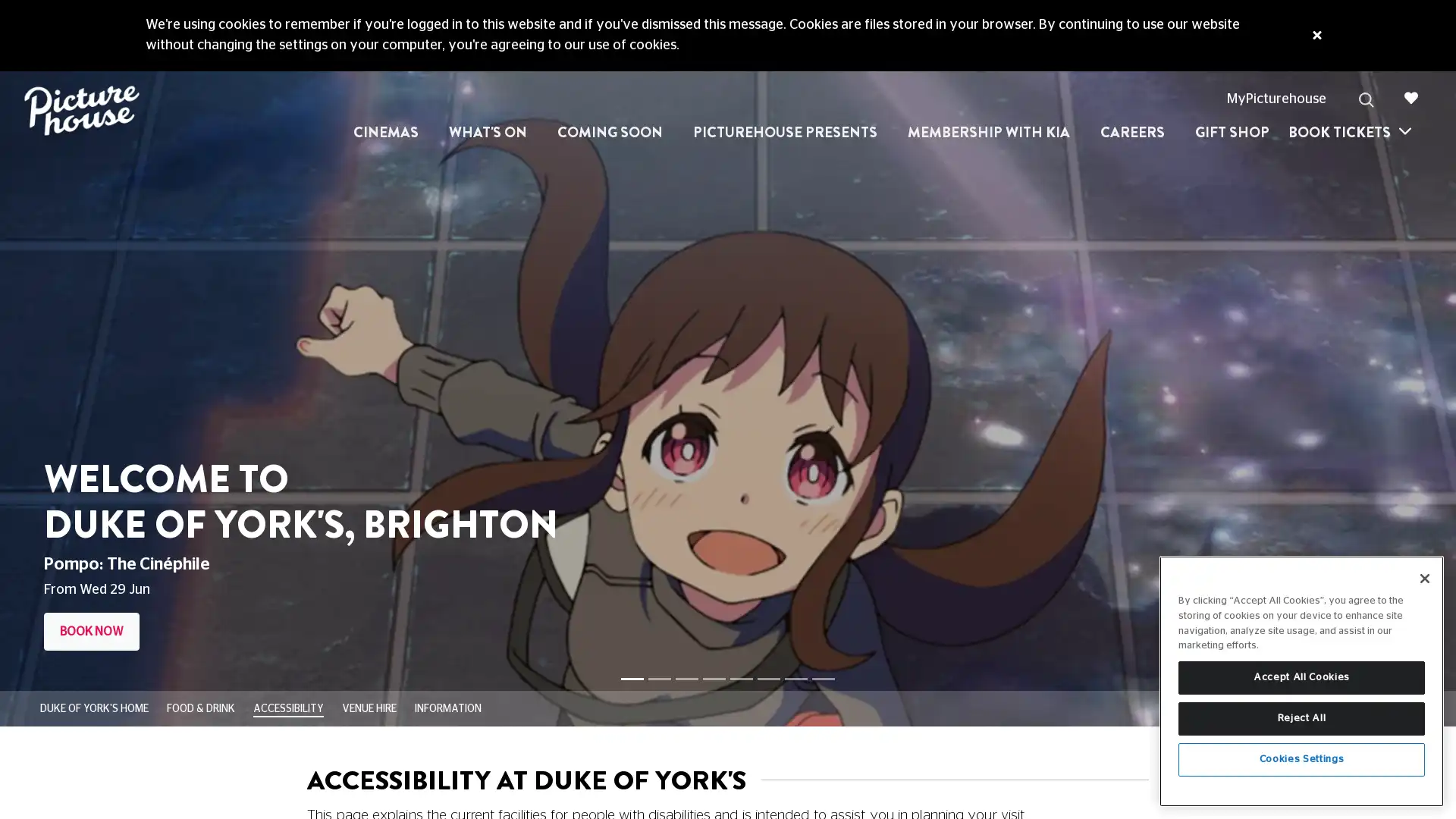  I want to click on Reject All, so click(1301, 718).